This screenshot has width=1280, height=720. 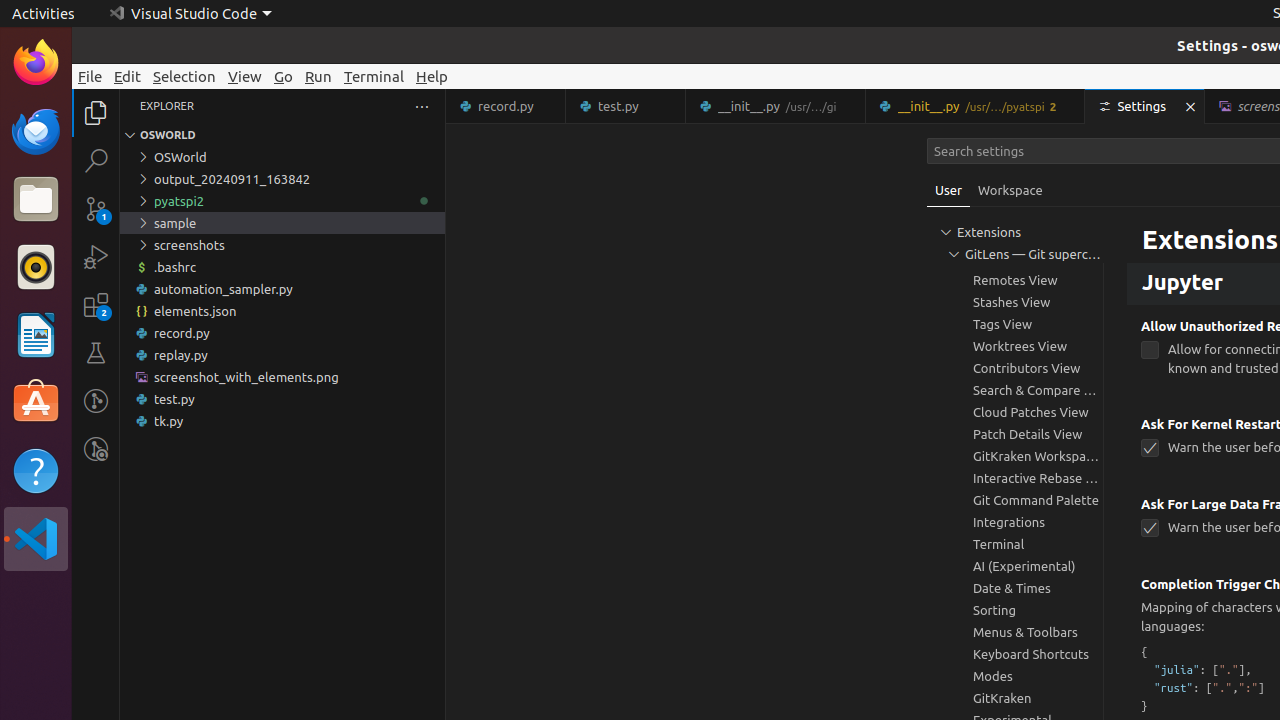 I want to click on 'Stashes View, group', so click(x=1015, y=301).